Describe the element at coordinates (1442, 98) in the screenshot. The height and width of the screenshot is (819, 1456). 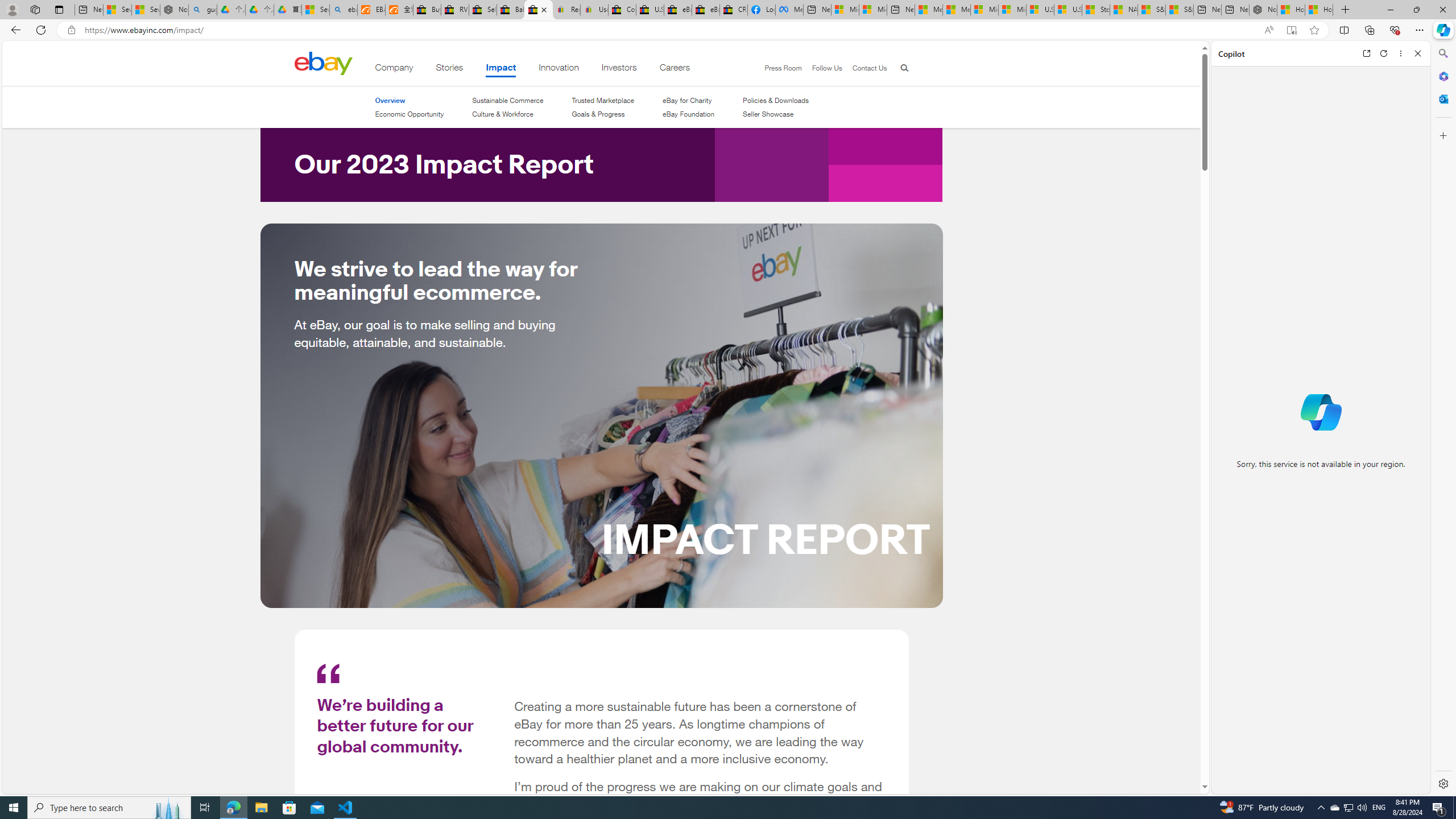
I see `'Outlook'` at that location.